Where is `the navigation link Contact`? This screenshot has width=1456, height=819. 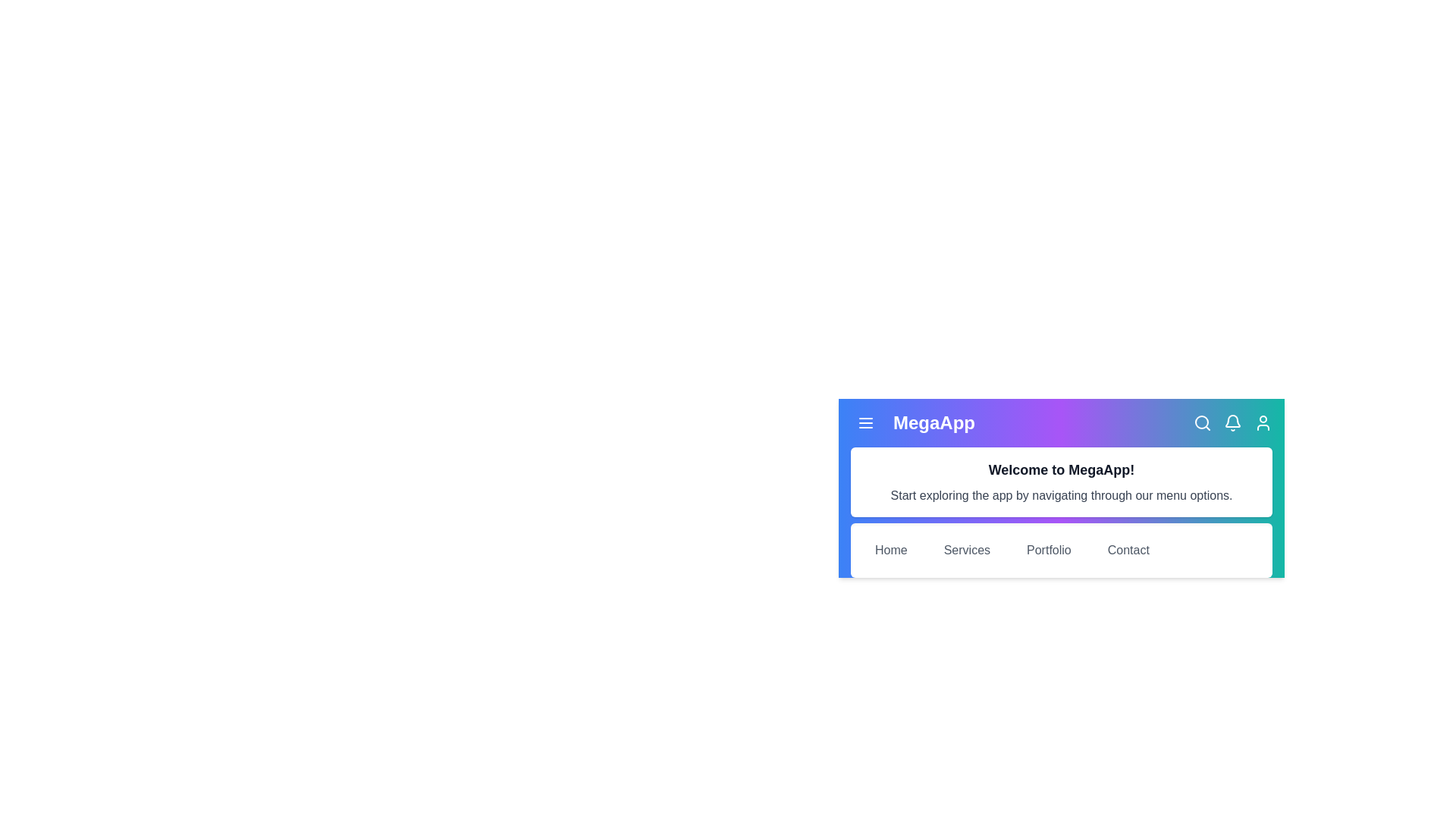 the navigation link Contact is located at coordinates (1128, 550).